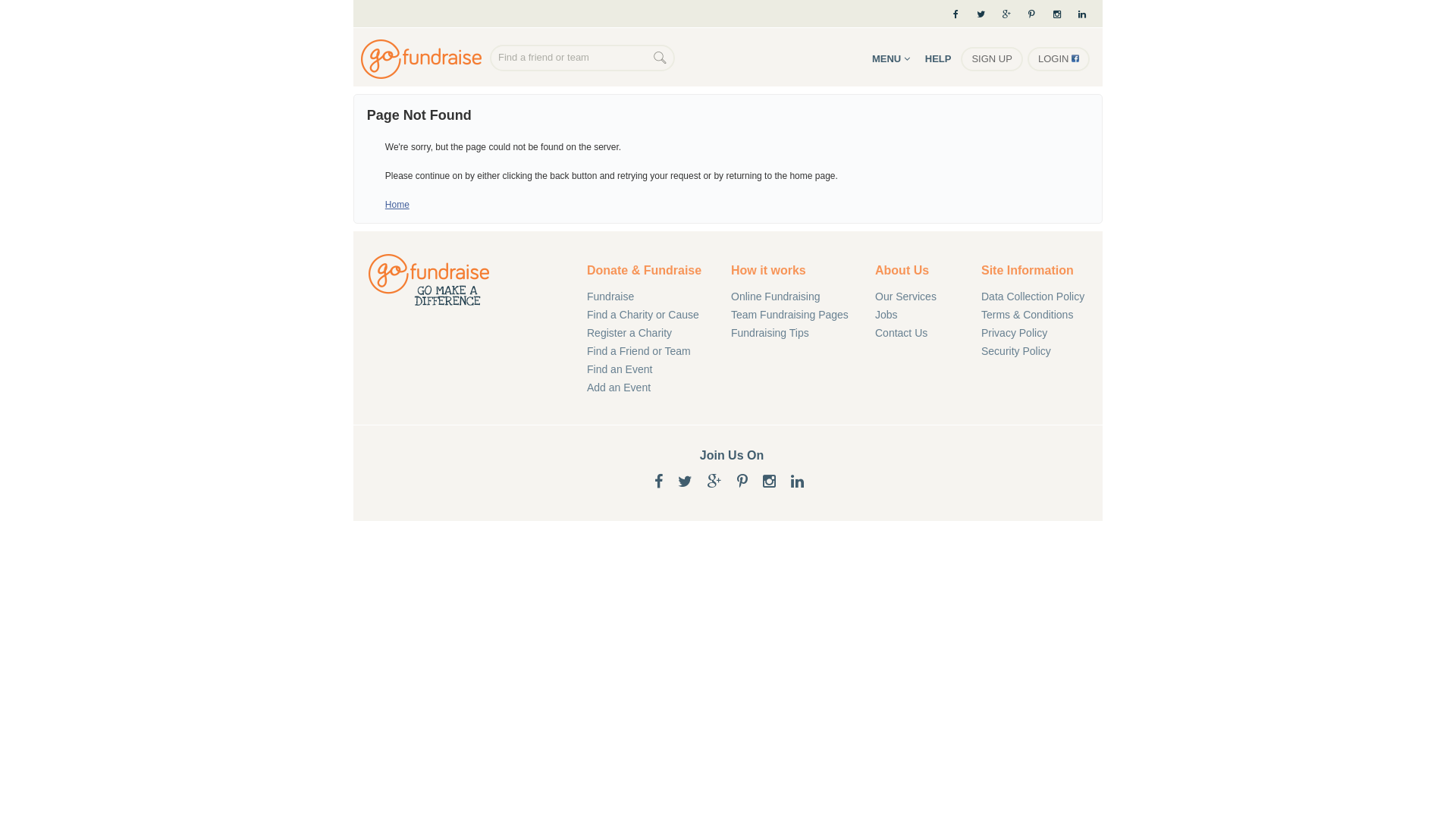 The image size is (1456, 819). What do you see at coordinates (916, 332) in the screenshot?
I see `'Contact Us'` at bounding box center [916, 332].